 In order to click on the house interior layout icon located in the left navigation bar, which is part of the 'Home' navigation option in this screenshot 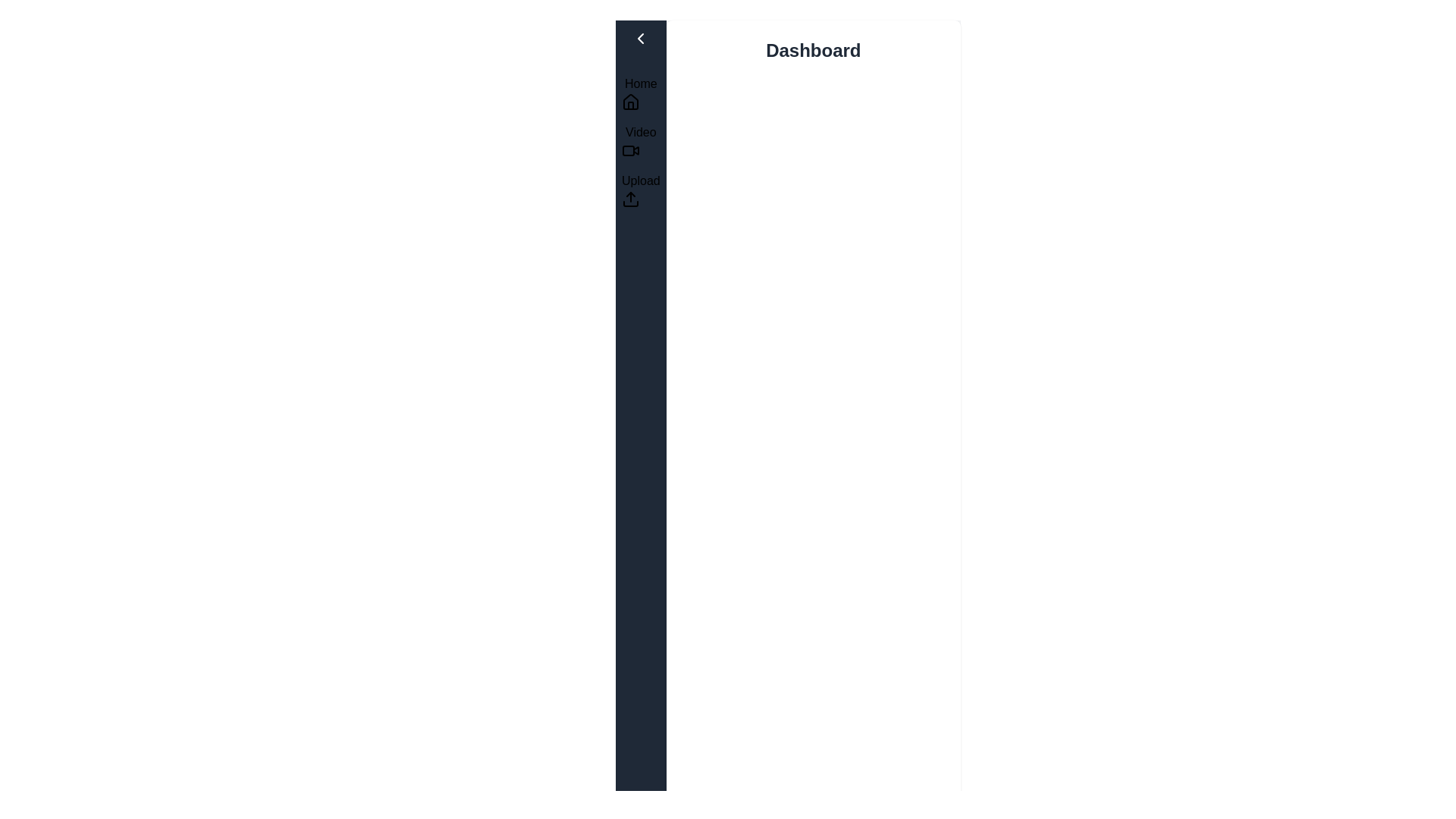, I will do `click(630, 105)`.